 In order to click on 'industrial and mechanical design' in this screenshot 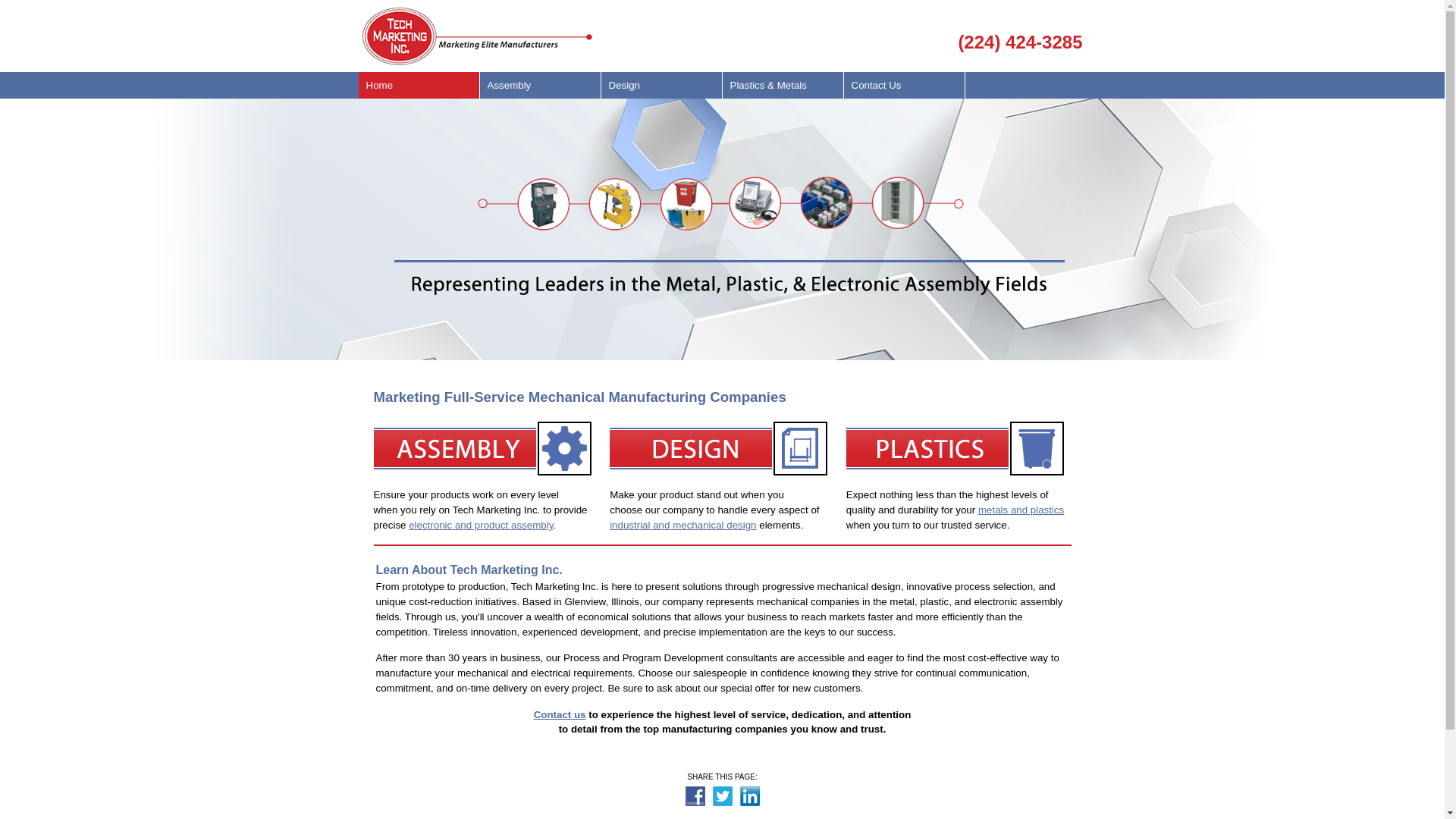, I will do `click(713, 532)`.